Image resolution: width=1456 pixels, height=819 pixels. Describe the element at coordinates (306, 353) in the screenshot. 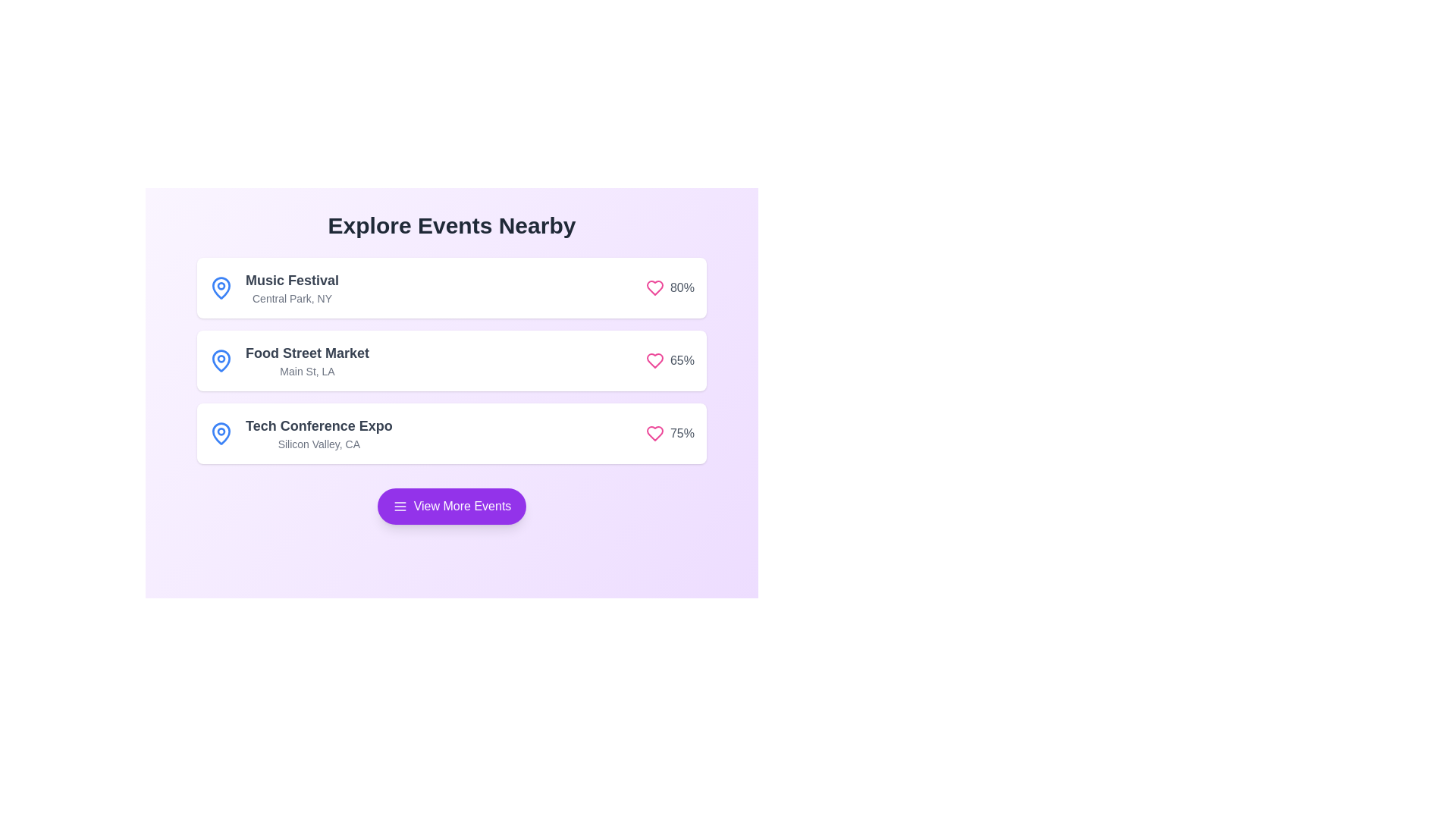

I see `the static text label that serves as the title of the depicted event, located in the second event box of a vertically stacked list, positioned above the smaller text reading 'Main St, LA'` at that location.